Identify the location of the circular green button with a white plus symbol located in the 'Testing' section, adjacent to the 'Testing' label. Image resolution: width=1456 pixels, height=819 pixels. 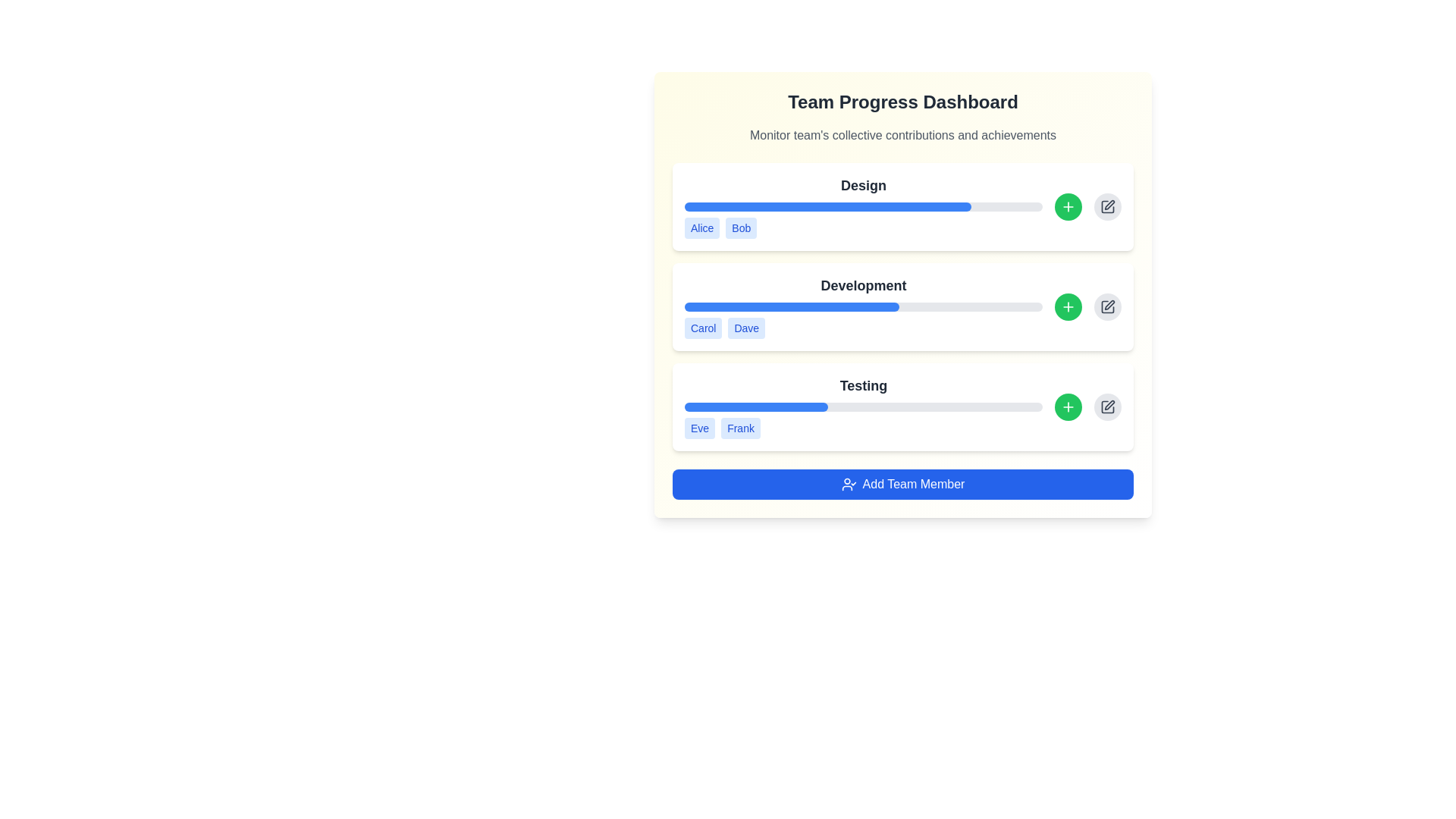
(1068, 406).